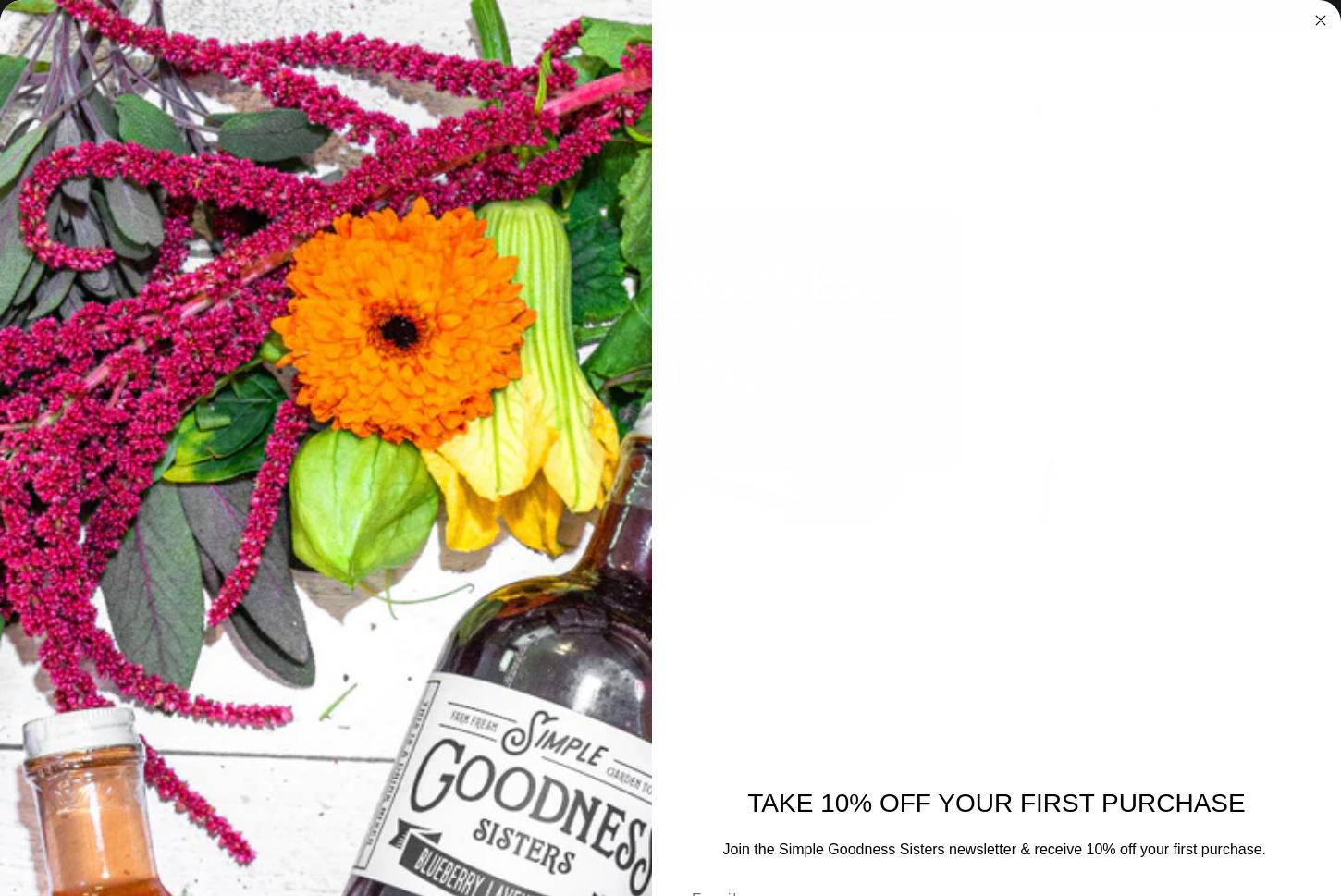  I want to click on 'Recipes', so click(707, 109).